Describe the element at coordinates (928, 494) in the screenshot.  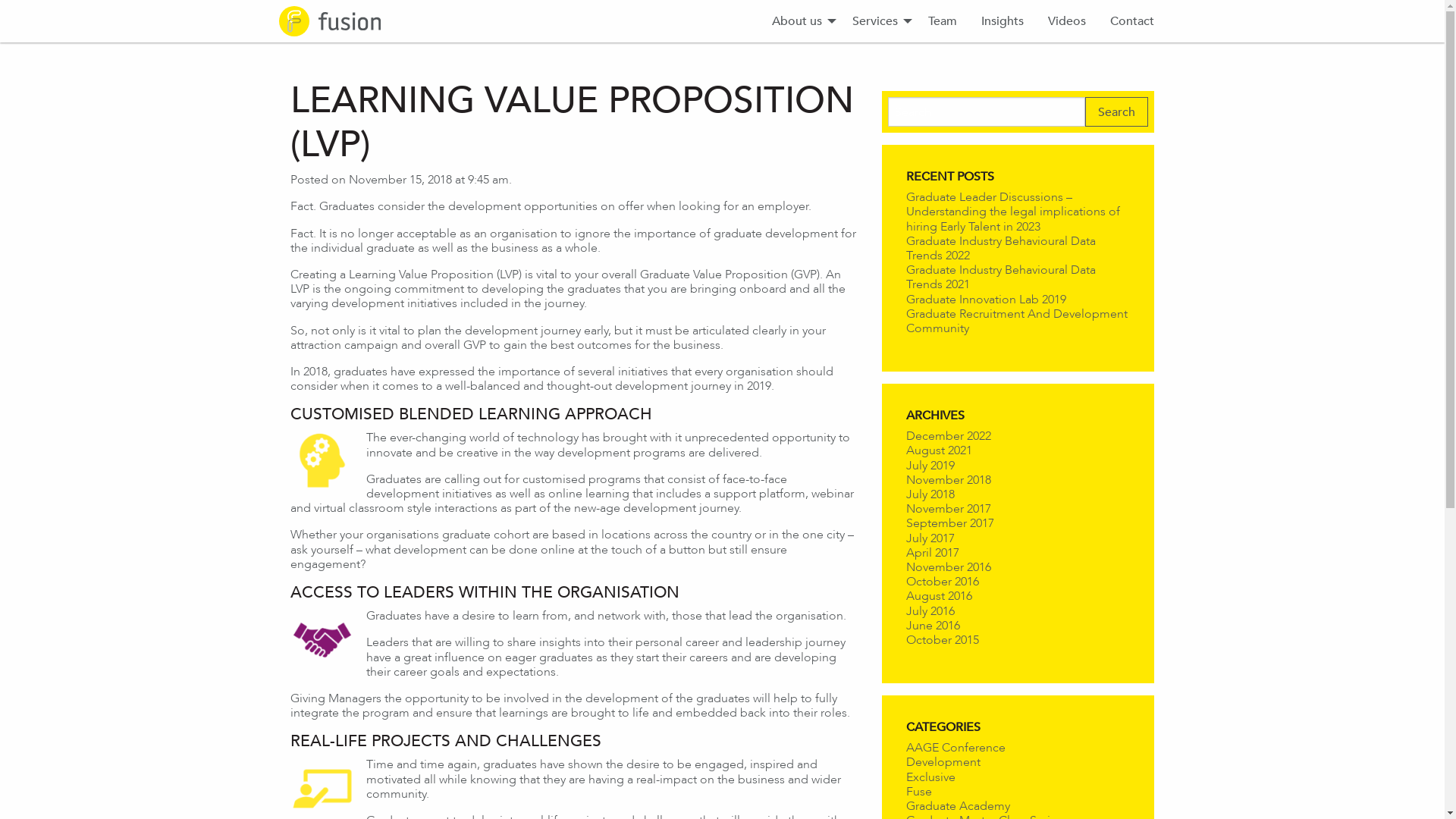
I see `'July 2018'` at that location.